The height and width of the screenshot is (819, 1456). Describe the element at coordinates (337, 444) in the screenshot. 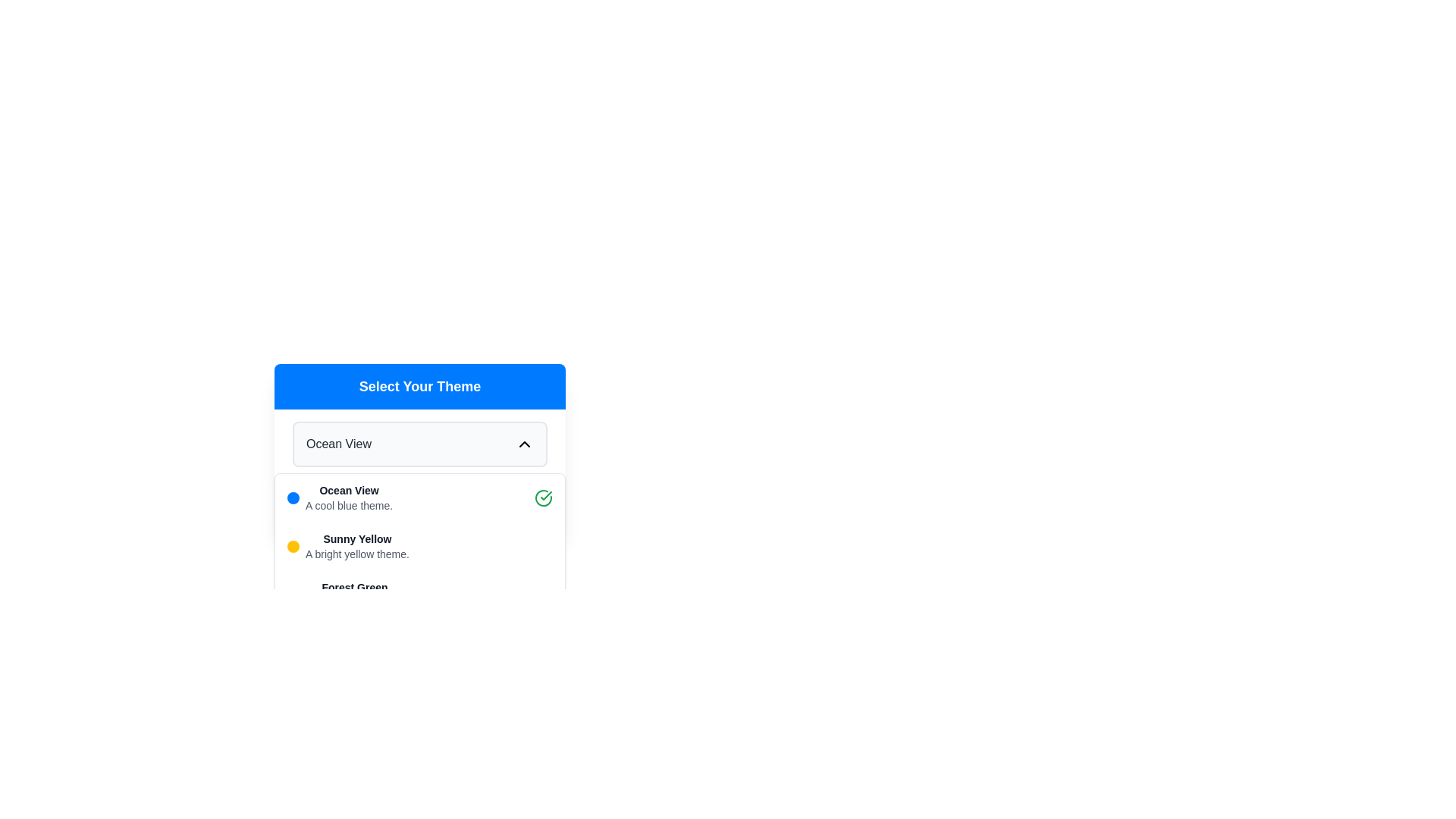

I see `the text component labeled 'Ocean View' in the theme selection dropdown interface, which is styled with a medium-weight font and dark gray color` at that location.